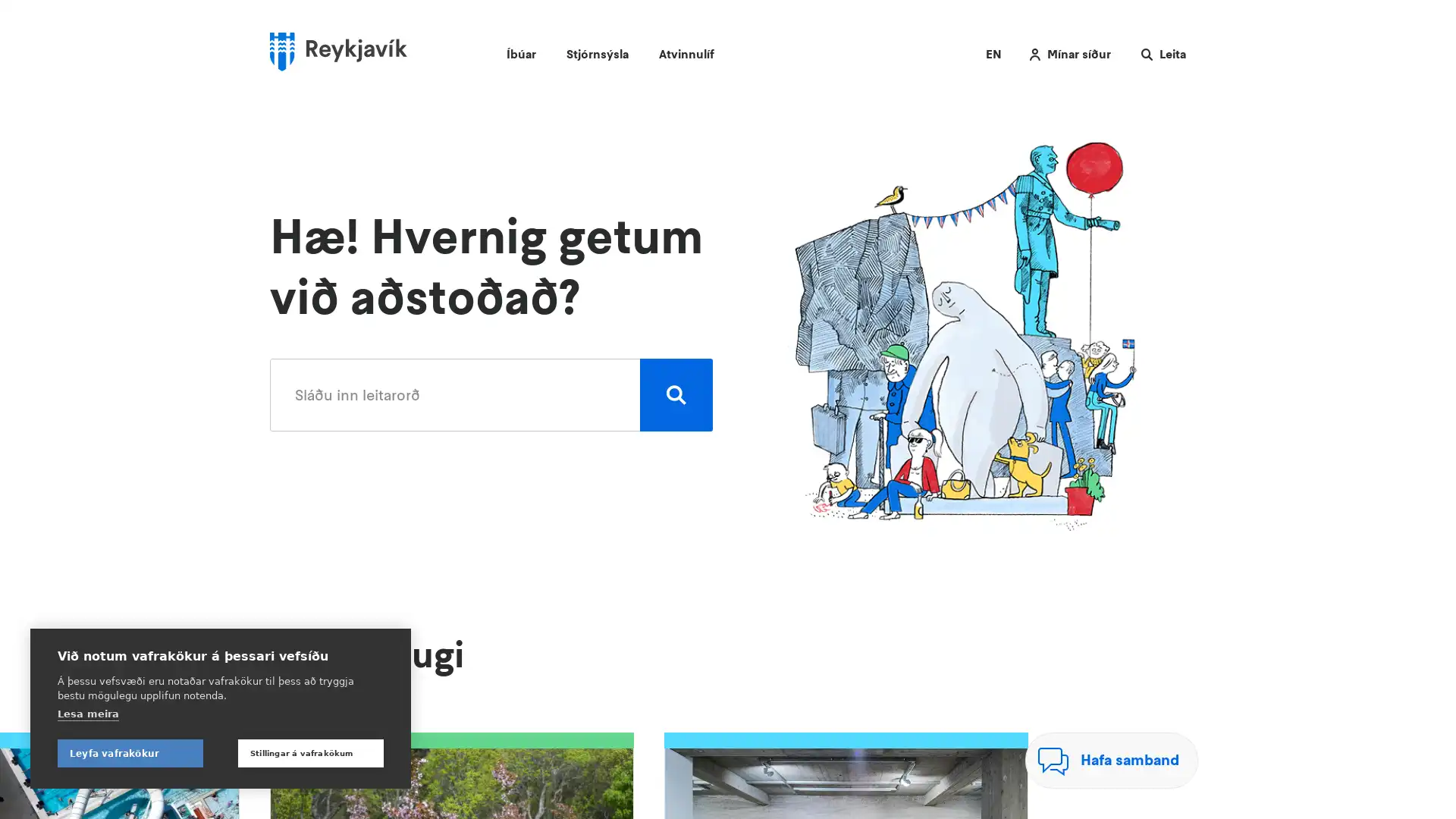 The height and width of the screenshot is (819, 1456). What do you see at coordinates (309, 753) in the screenshot?
I see `Stillingar a vafrakokum` at bounding box center [309, 753].